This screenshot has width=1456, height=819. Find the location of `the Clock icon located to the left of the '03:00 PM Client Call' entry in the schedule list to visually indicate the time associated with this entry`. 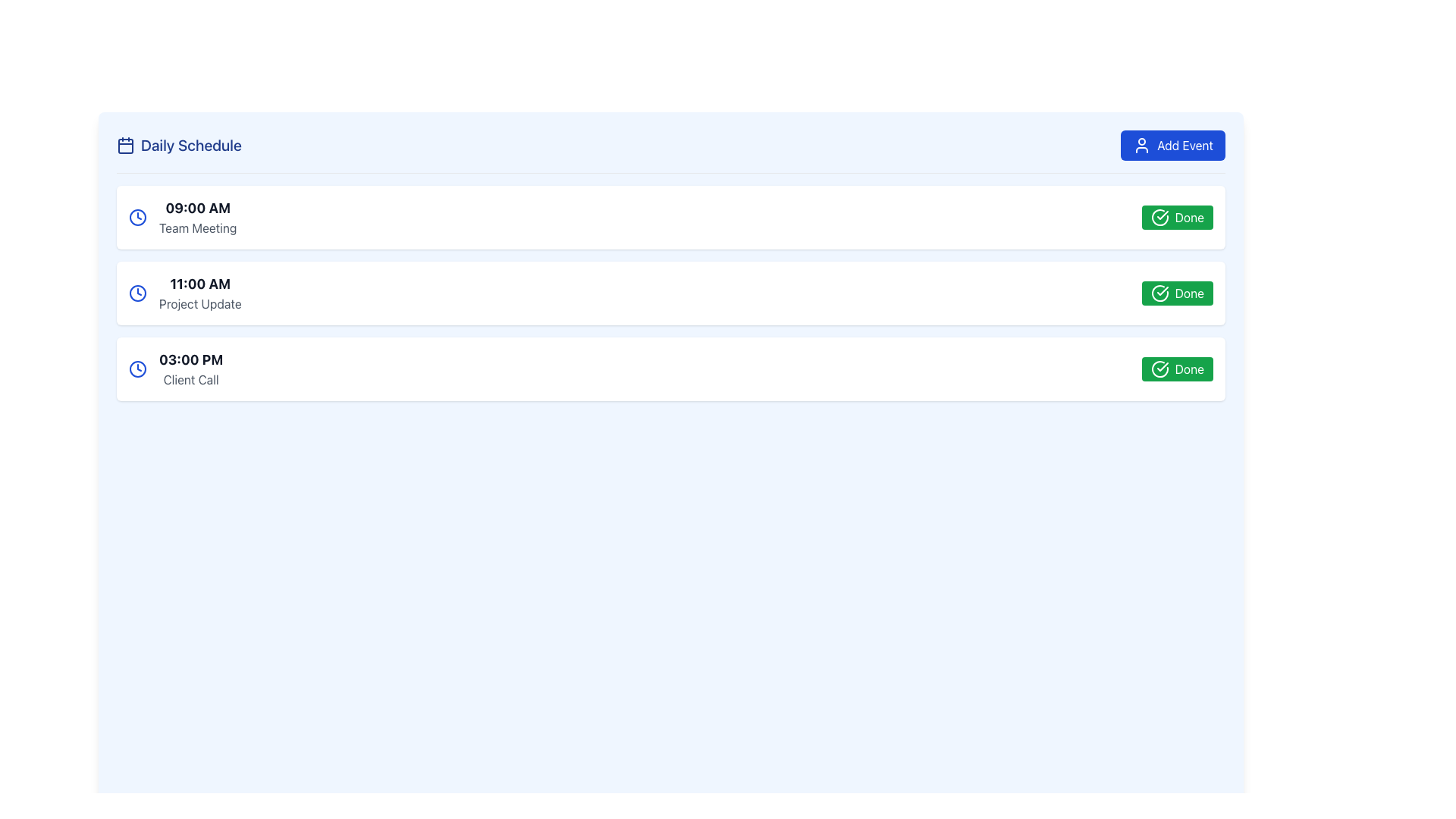

the Clock icon located to the left of the '03:00 PM Client Call' entry in the schedule list to visually indicate the time associated with this entry is located at coordinates (138, 369).